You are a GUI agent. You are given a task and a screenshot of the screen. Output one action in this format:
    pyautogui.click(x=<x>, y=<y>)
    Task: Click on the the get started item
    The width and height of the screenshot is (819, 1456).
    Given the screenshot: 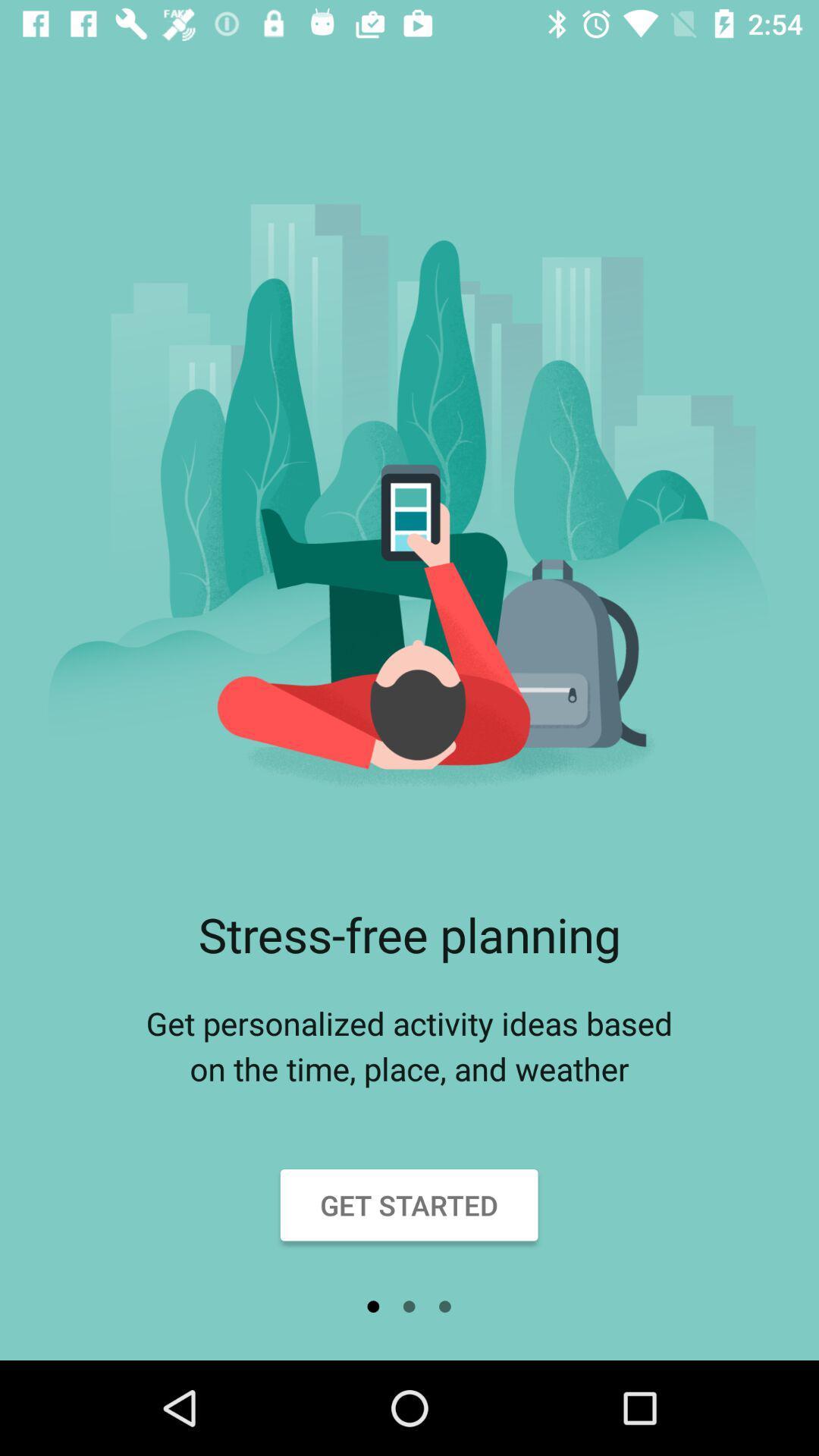 What is the action you would take?
    pyautogui.click(x=408, y=1204)
    